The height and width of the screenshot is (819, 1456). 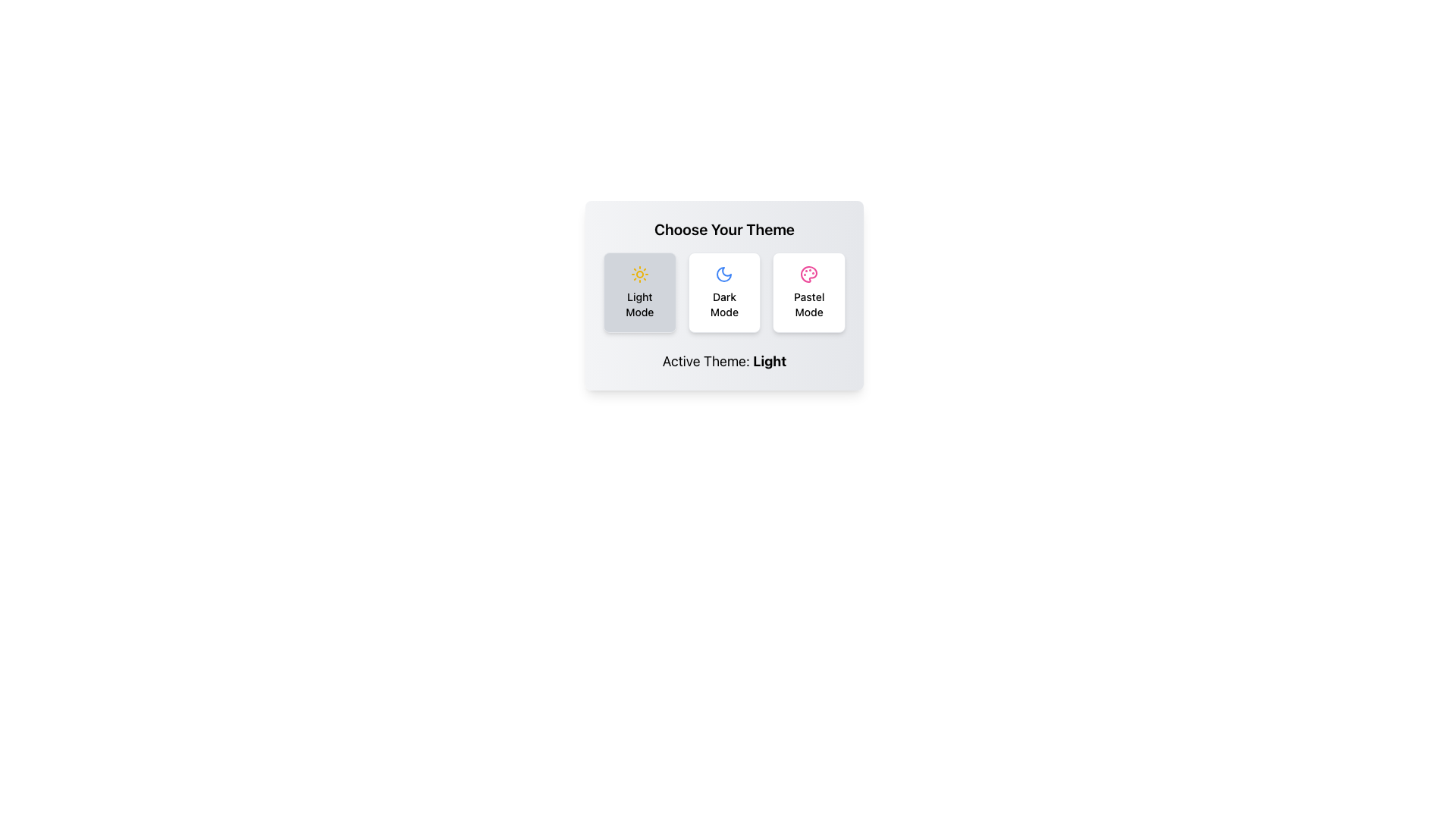 What do you see at coordinates (808, 304) in the screenshot?
I see `the Text Label for the 'Pastel Mode' theme option, which is located below a pink palette icon in the third theme selection box titled 'Choose Your Theme'` at bounding box center [808, 304].